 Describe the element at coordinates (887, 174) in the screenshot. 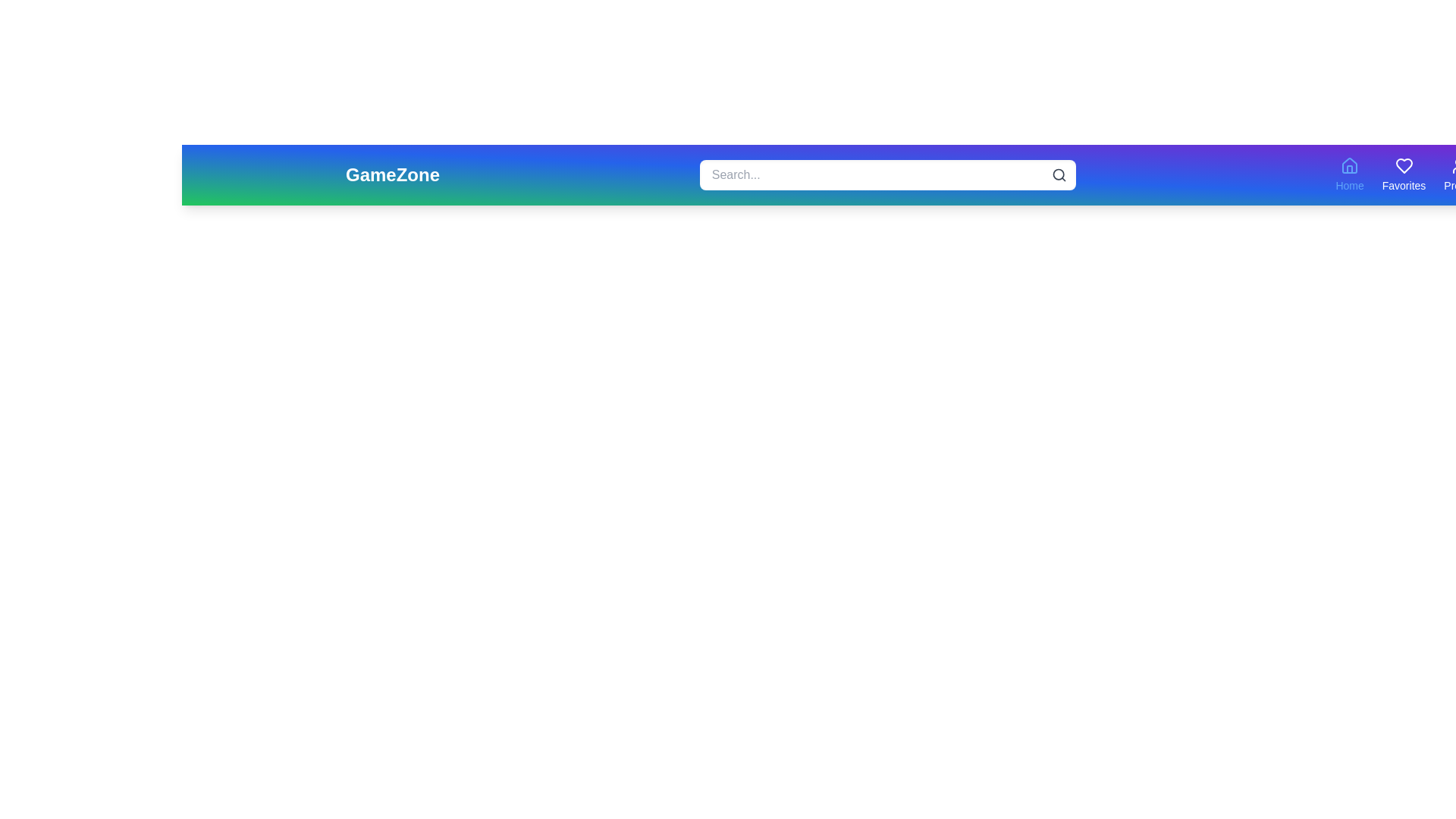

I see `the search bar and type the text 'example search'` at that location.